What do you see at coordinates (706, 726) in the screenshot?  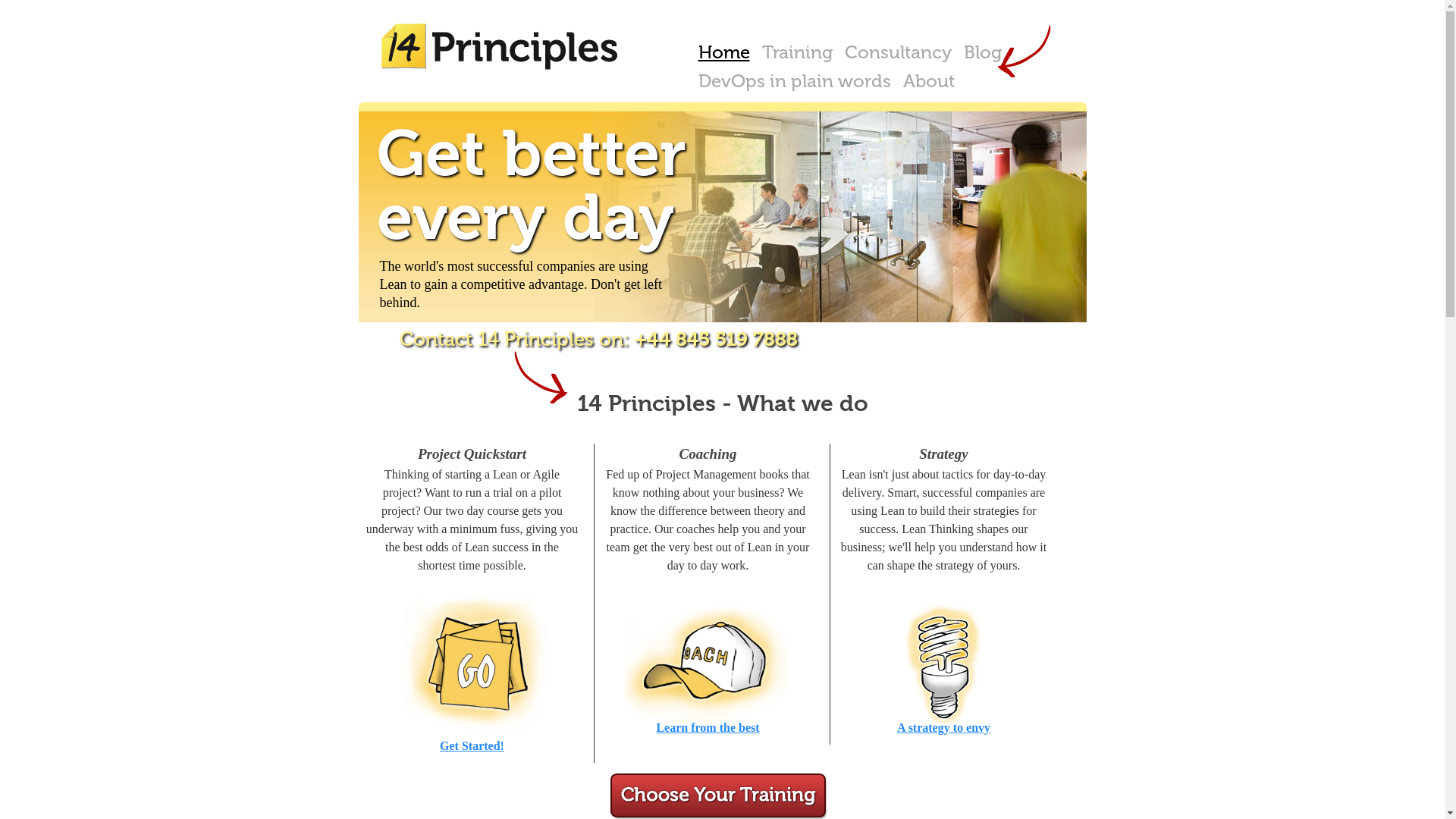 I see `'Learn from the best'` at bounding box center [706, 726].